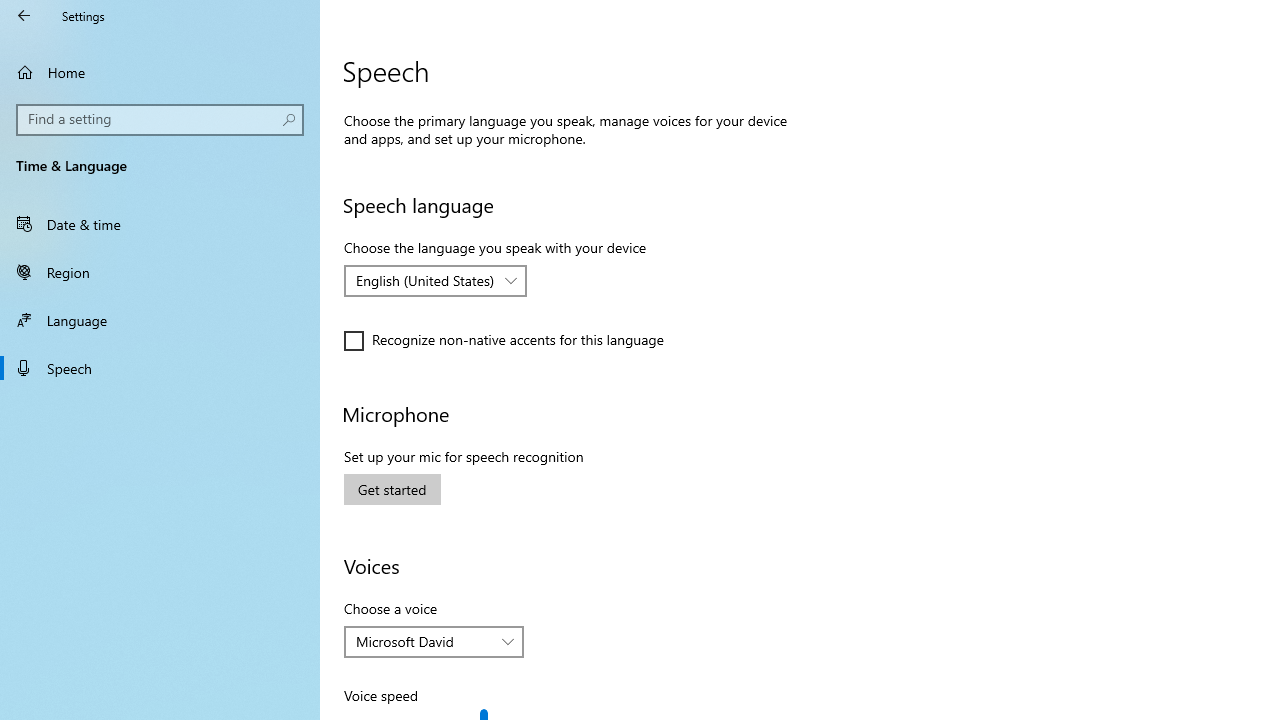 The image size is (1280, 720). What do you see at coordinates (160, 119) in the screenshot?
I see `'Search box, Find a setting'` at bounding box center [160, 119].